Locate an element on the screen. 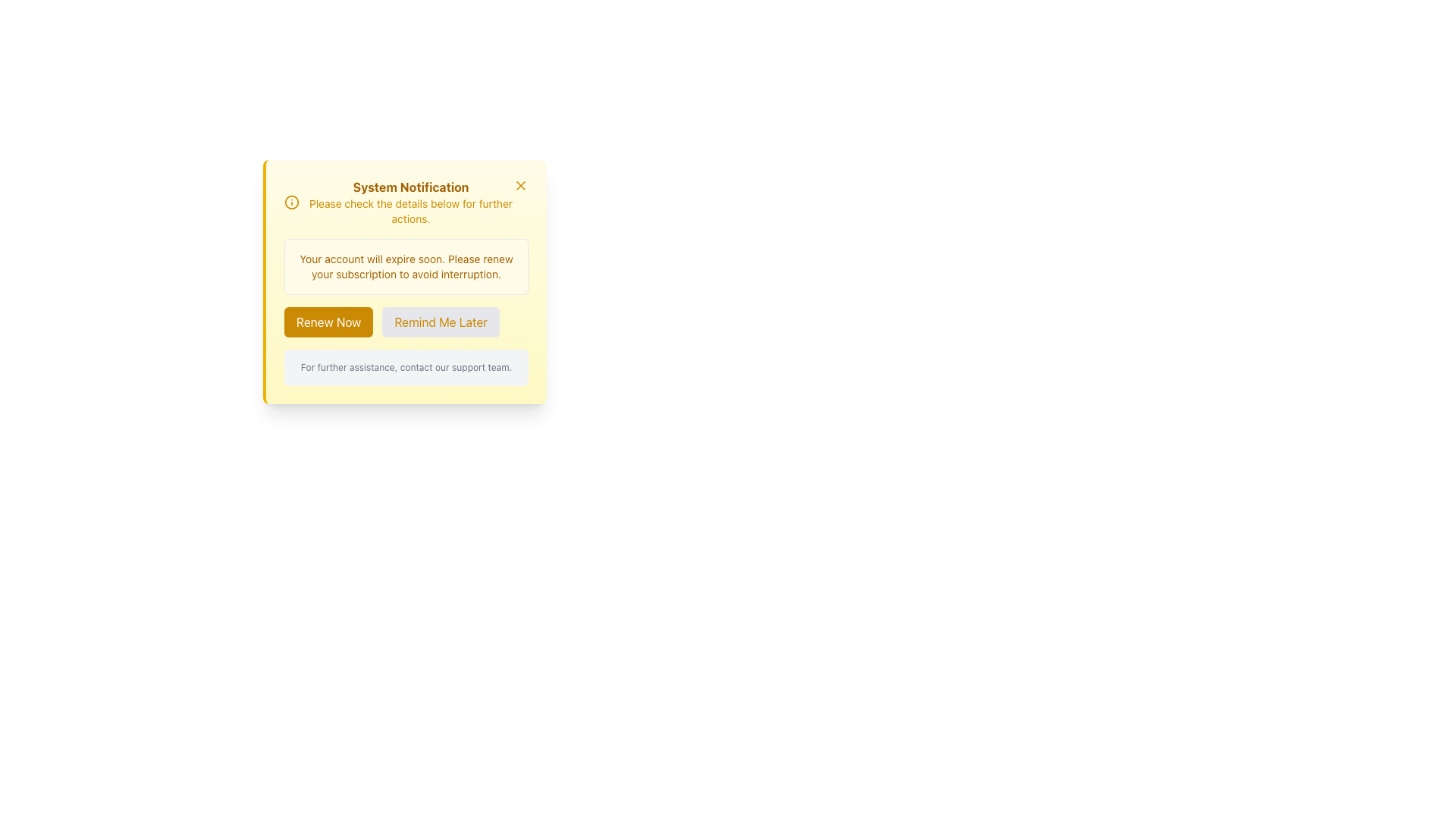 The width and height of the screenshot is (1456, 819). the 'Remind Me Later' button located to the right of the 'Renew Now' button in the notification panel is located at coordinates (440, 321).